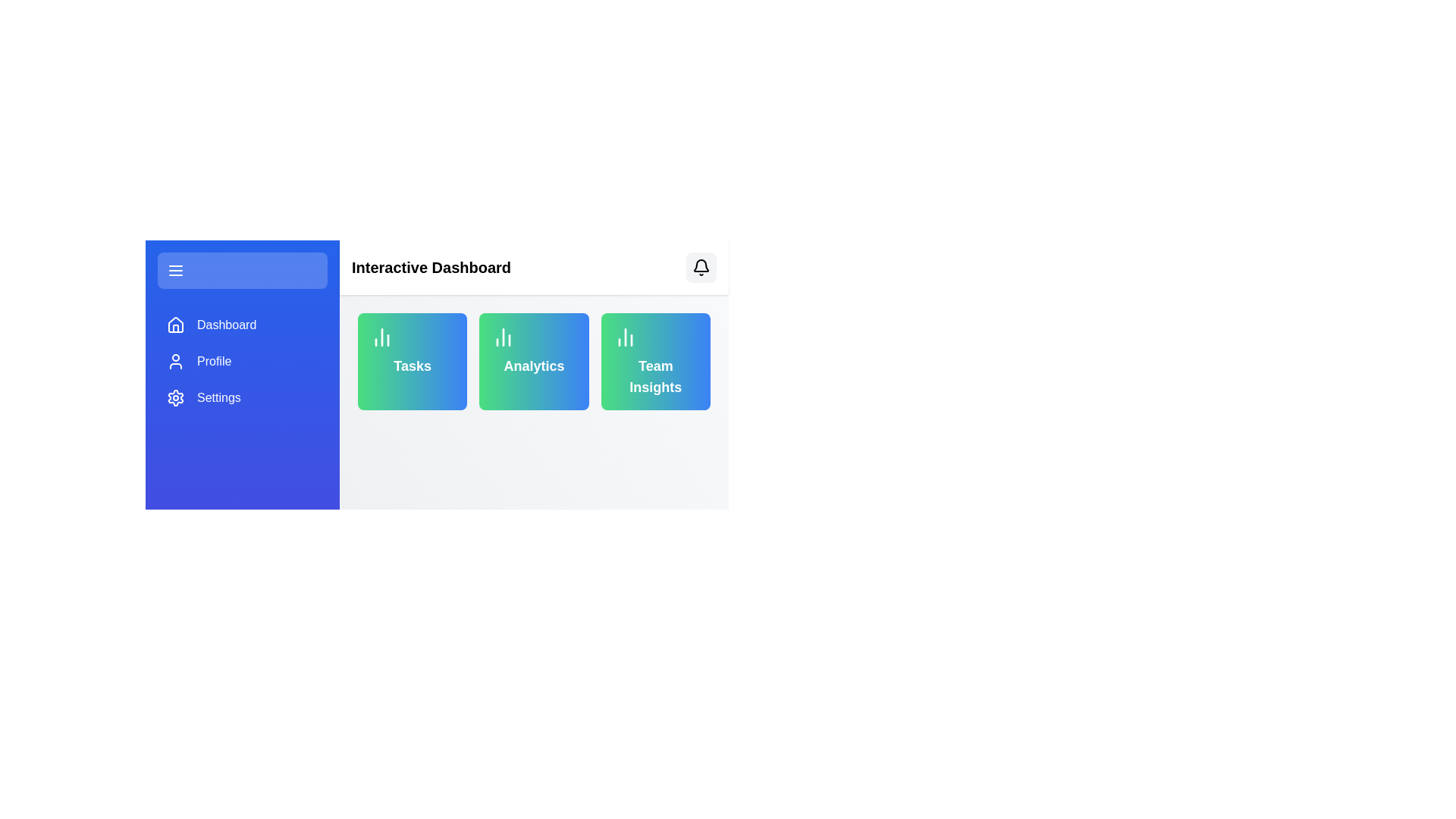 The image size is (1456, 819). I want to click on the 'Team Insights' icon, the first visual component within the rounded rectangle labeled 'Team Insights', so click(625, 336).